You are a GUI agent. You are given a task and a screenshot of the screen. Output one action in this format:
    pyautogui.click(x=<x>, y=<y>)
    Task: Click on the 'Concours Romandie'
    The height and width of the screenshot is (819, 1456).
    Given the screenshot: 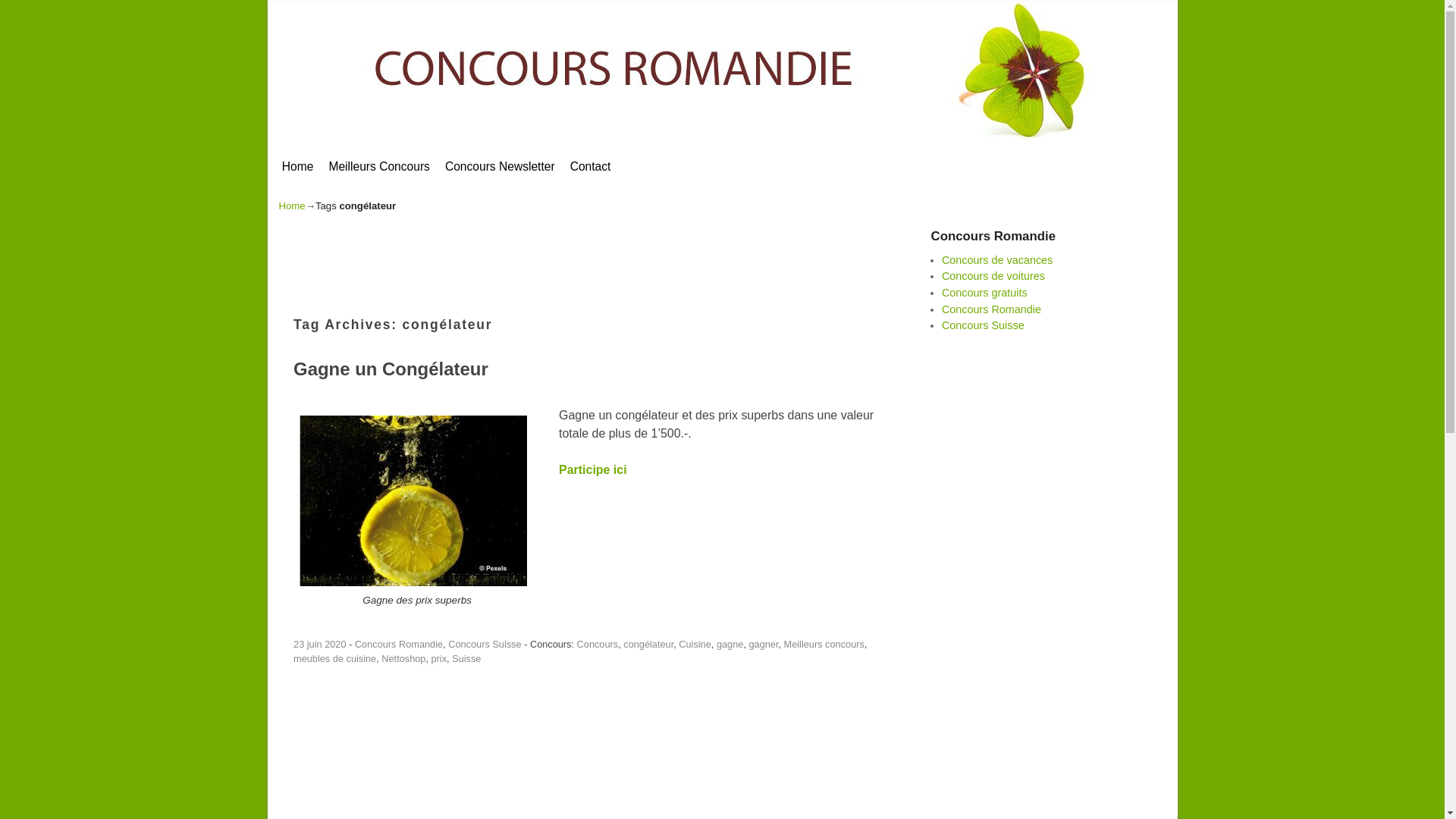 What is the action you would take?
    pyautogui.click(x=991, y=309)
    